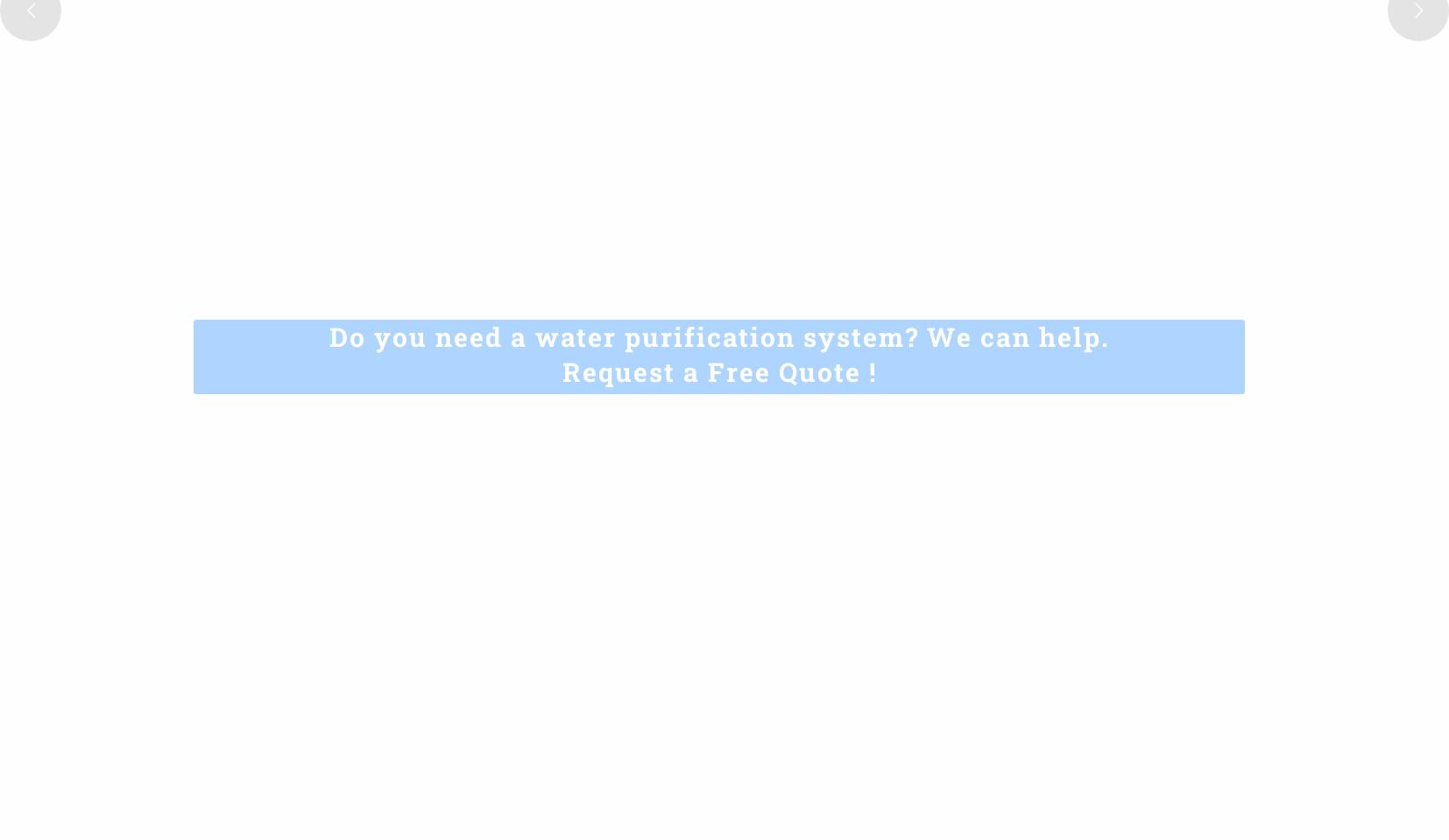 The width and height of the screenshot is (1449, 840). What do you see at coordinates (810, 720) in the screenshot?
I see `'Payment – Shipping'` at bounding box center [810, 720].